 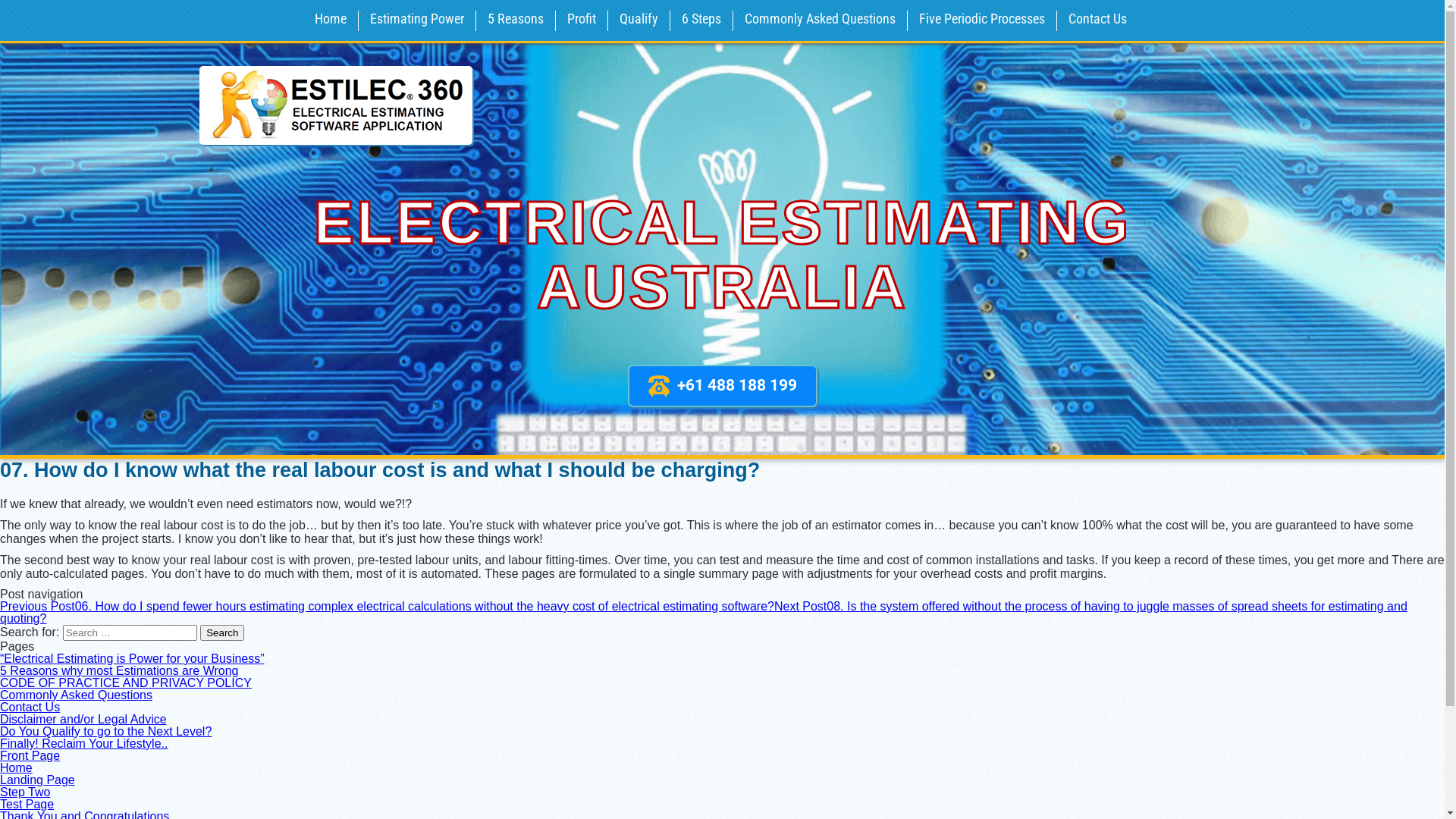 What do you see at coordinates (126, 682) in the screenshot?
I see `'CODE OF PRACTICE AND PRIVACY POLICY'` at bounding box center [126, 682].